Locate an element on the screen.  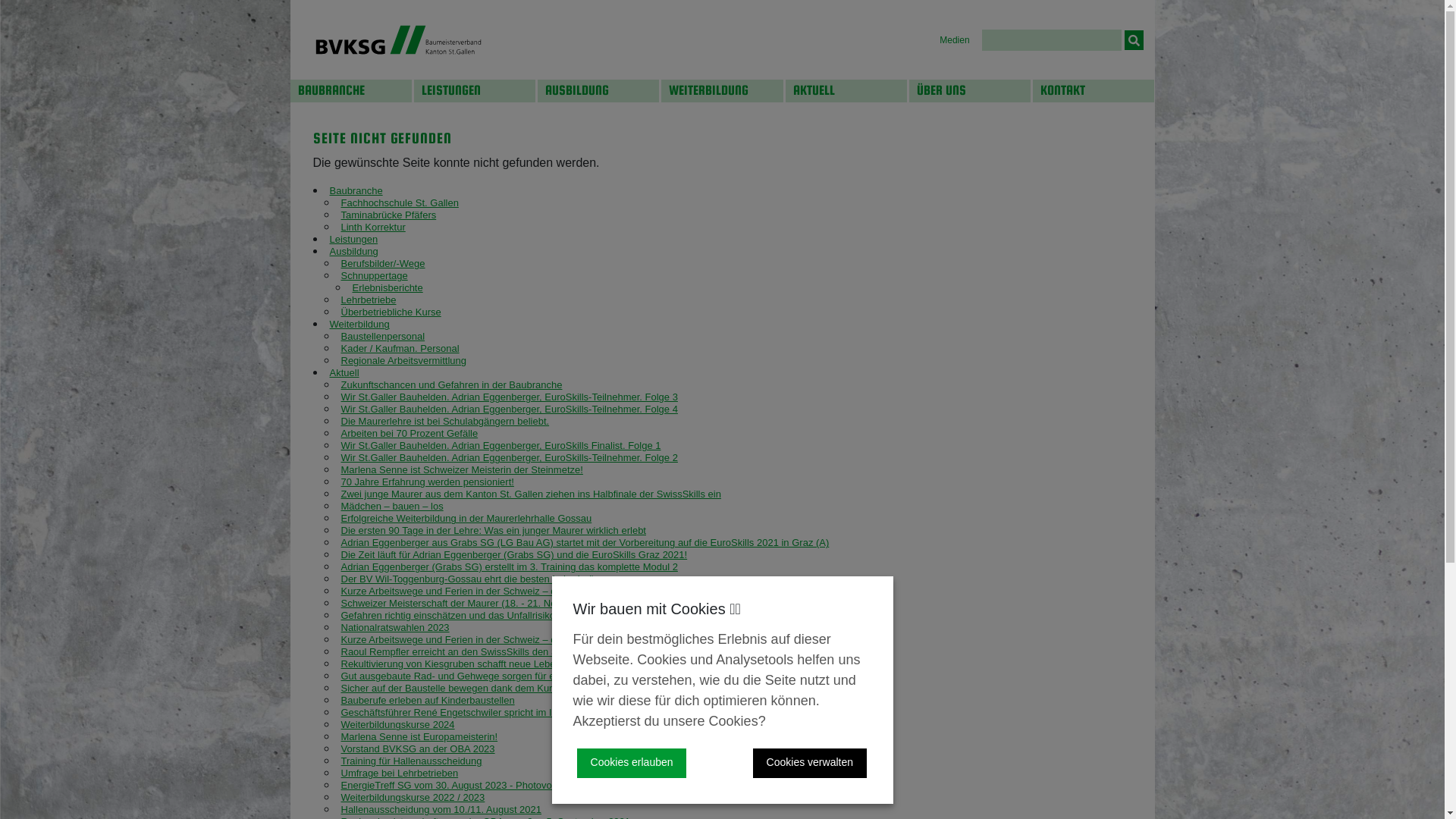
'Ausbildung' is located at coordinates (352, 250).